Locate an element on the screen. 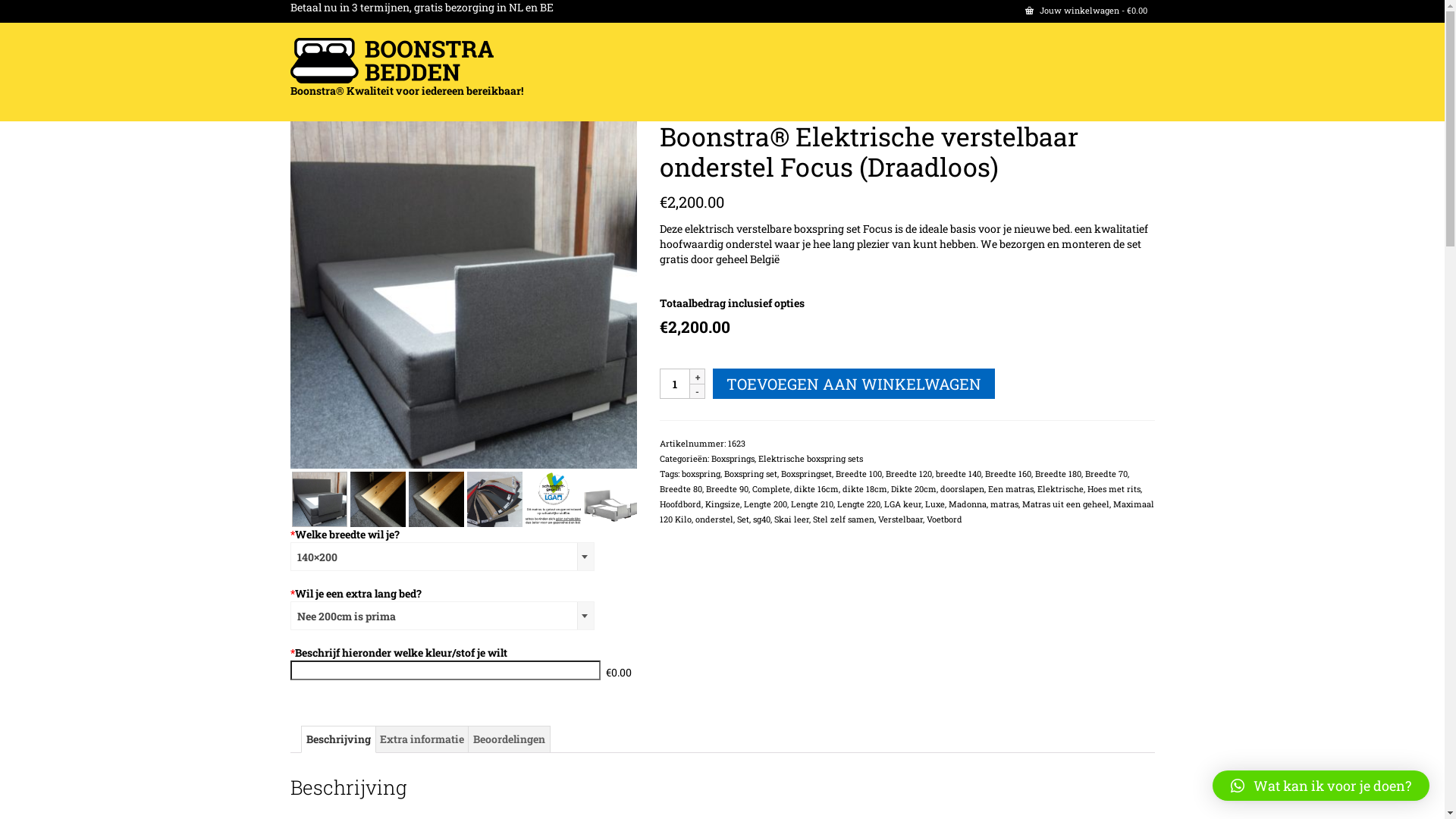 The width and height of the screenshot is (1456, 819). 'Breedte 70' is located at coordinates (1106, 472).